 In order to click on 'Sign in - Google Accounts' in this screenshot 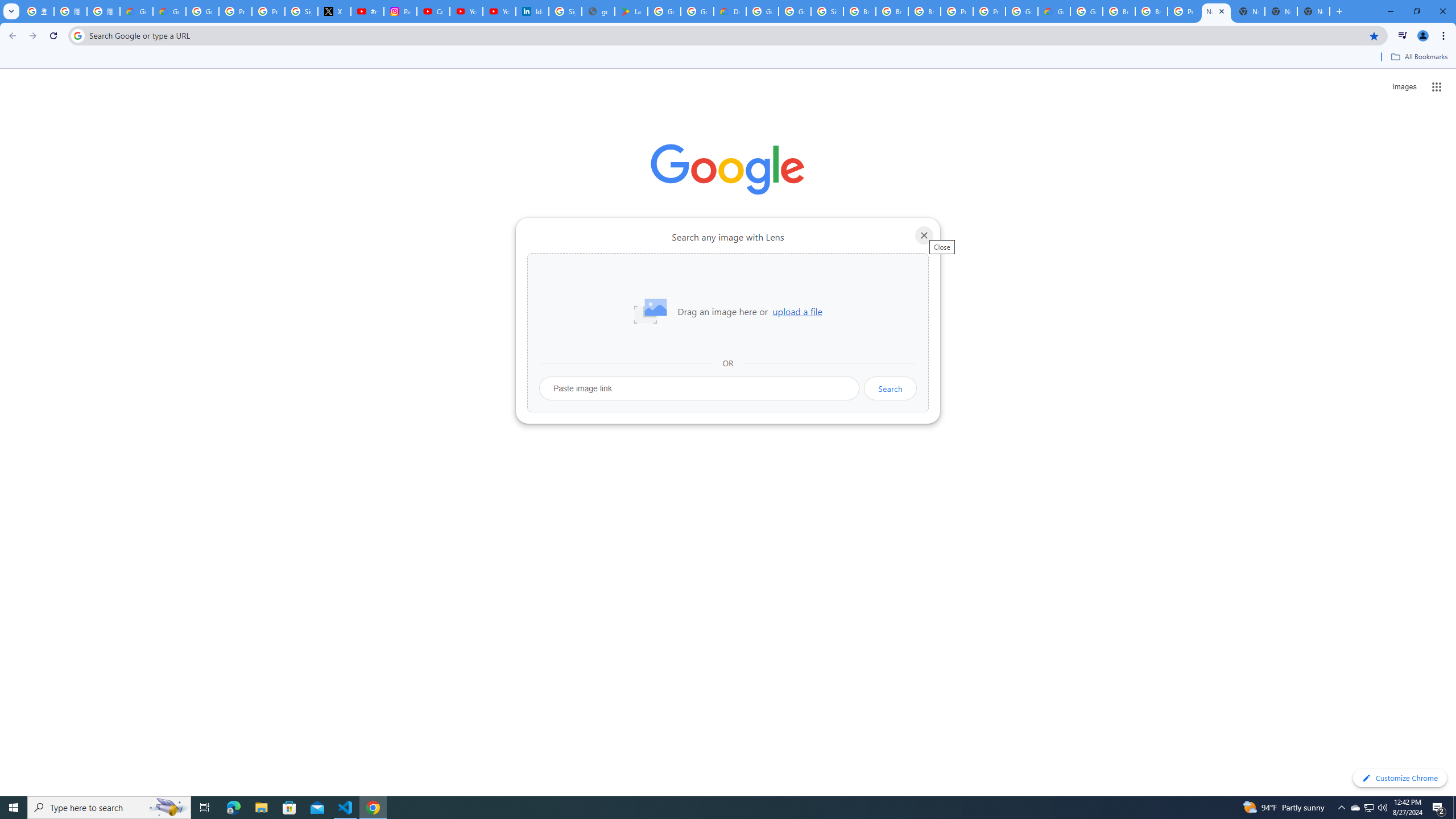, I will do `click(564, 11)`.